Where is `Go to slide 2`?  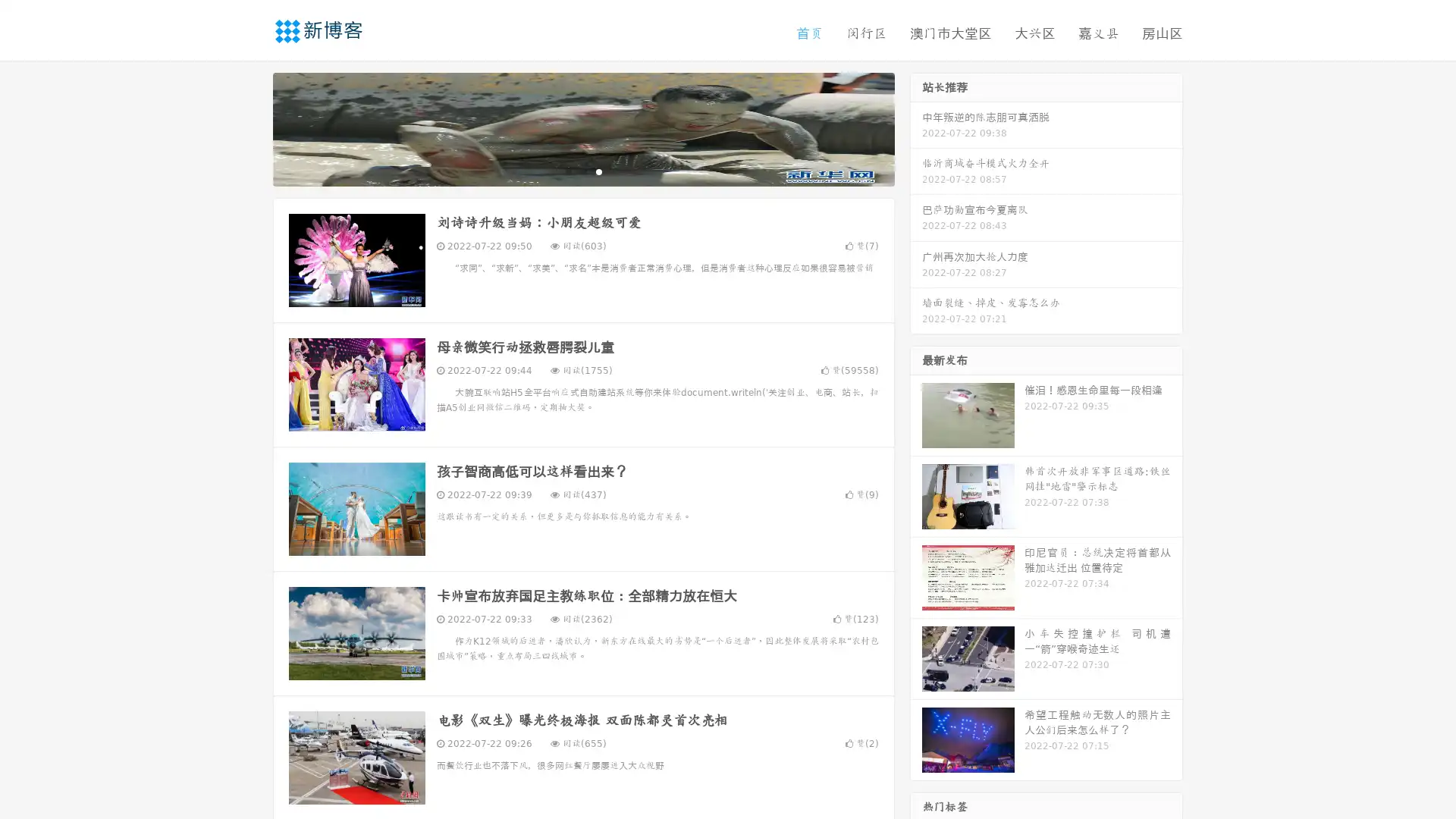
Go to slide 2 is located at coordinates (582, 171).